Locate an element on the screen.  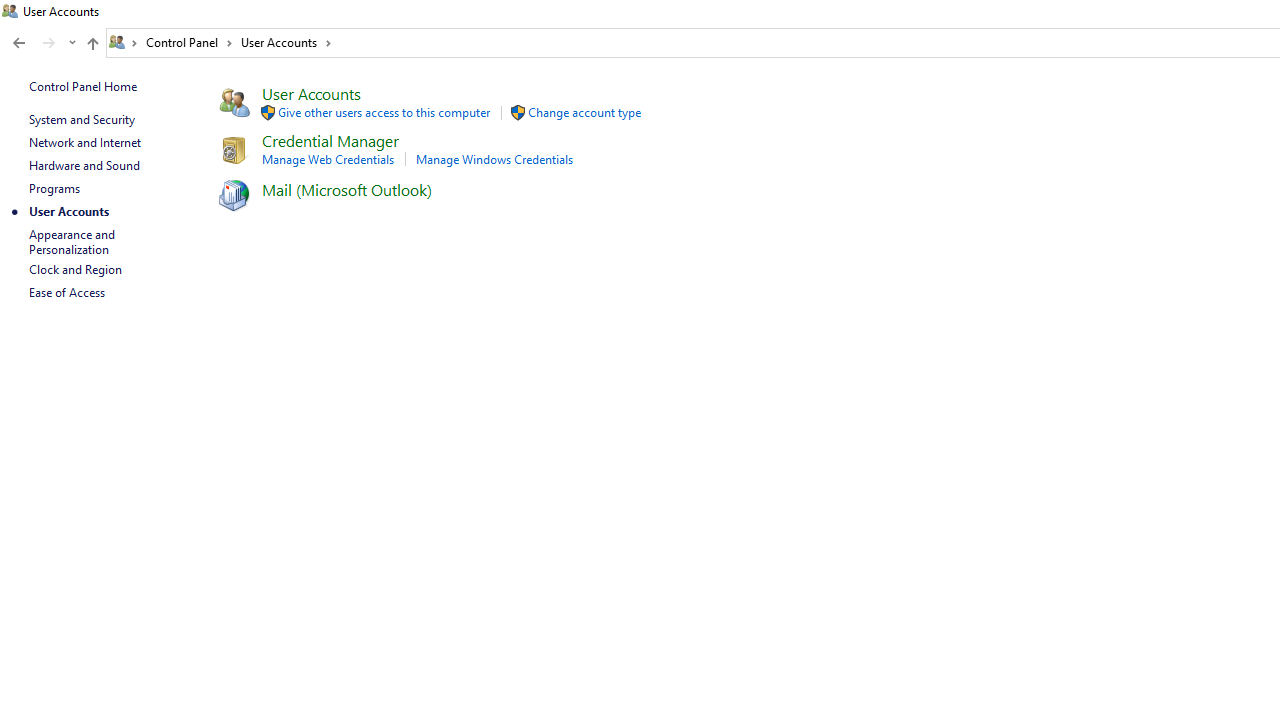
'Ease of Access' is located at coordinates (67, 292).